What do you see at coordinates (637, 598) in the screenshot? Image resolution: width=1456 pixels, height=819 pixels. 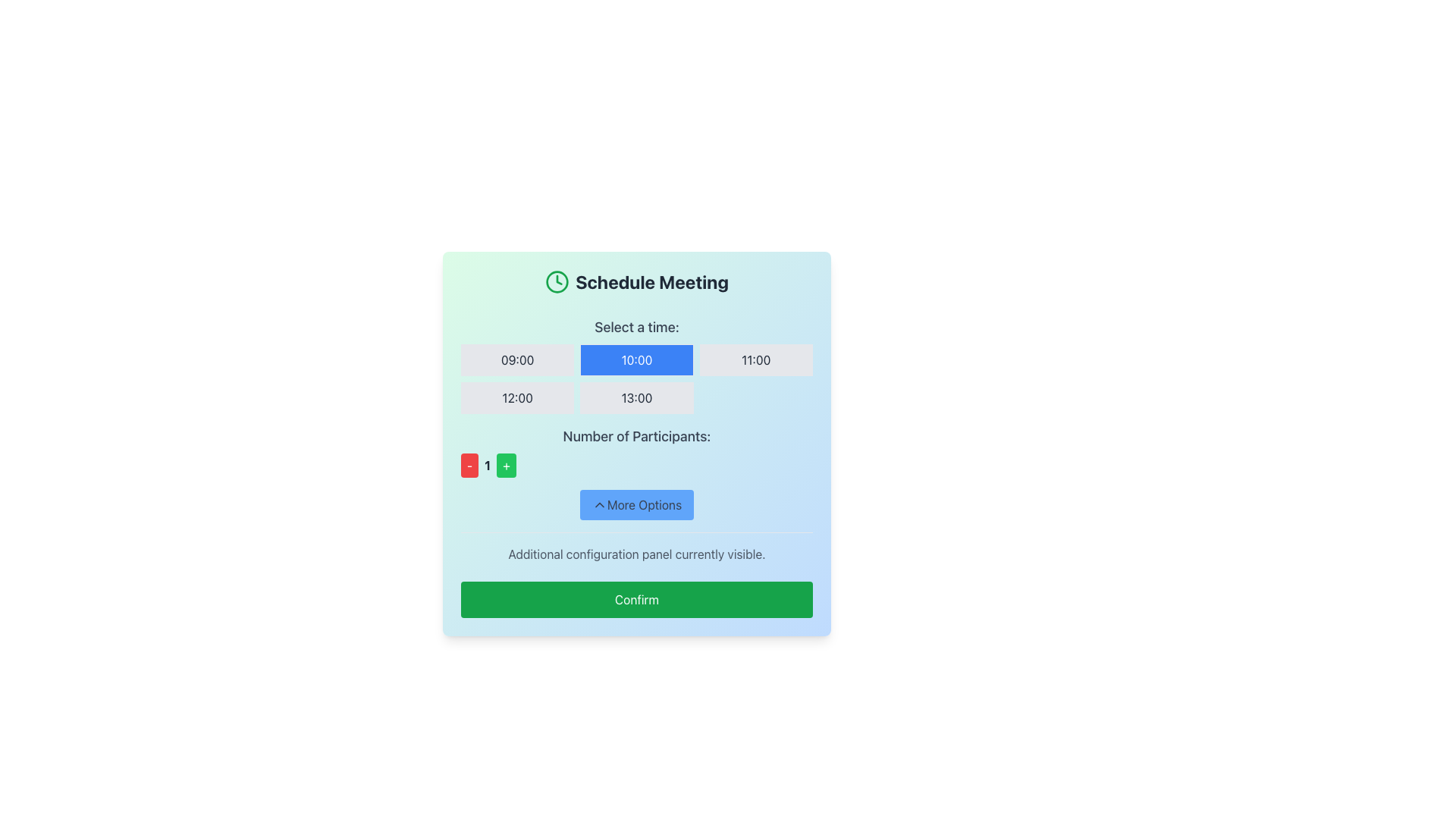 I see `the 'Confirm' button with a green background and white bold text located at the bottom-center of the 'Schedule Meeting' modal` at bounding box center [637, 598].